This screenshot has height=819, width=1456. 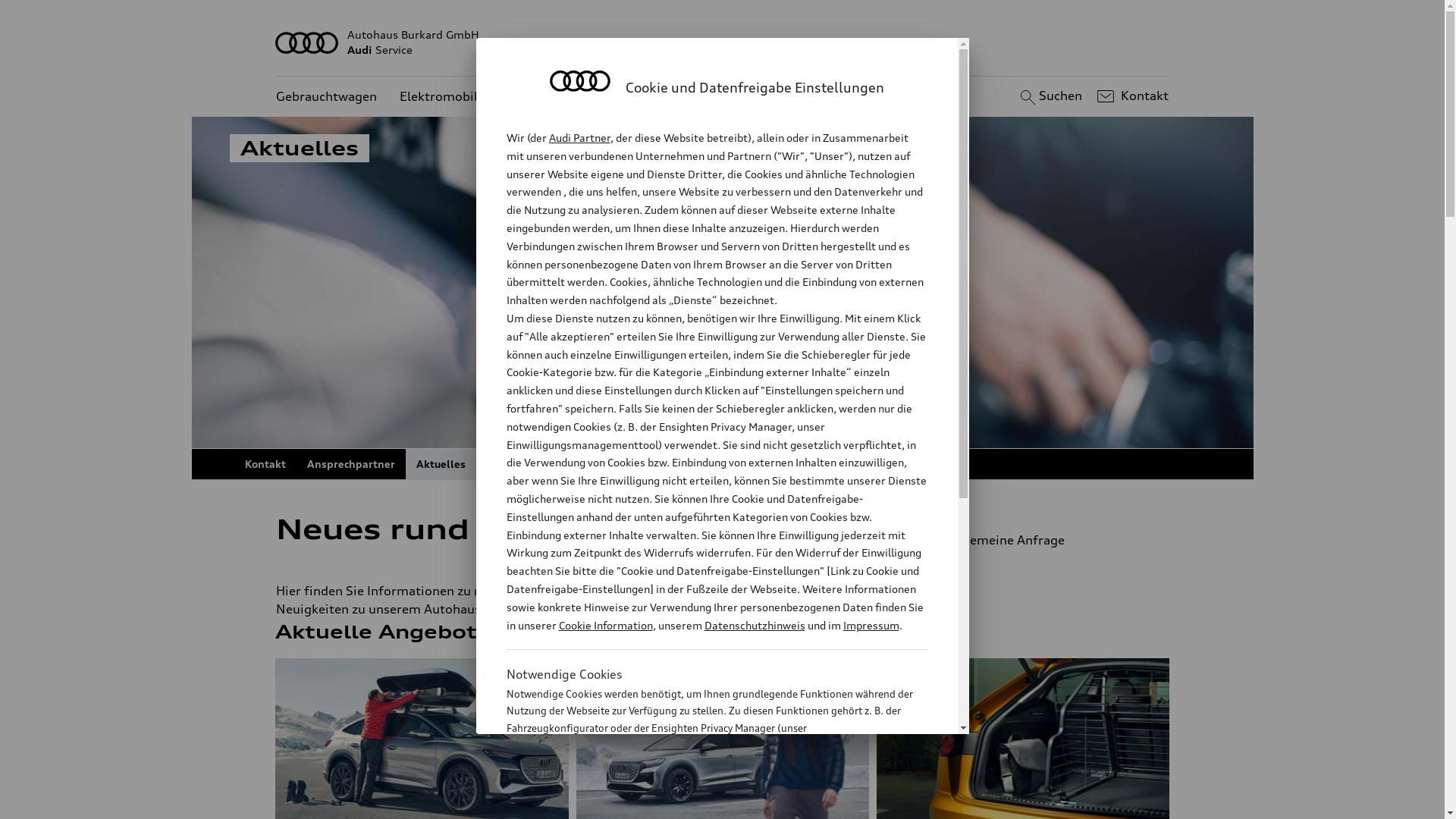 I want to click on 'Allgemeine Anfrage', so click(x=920, y=539).